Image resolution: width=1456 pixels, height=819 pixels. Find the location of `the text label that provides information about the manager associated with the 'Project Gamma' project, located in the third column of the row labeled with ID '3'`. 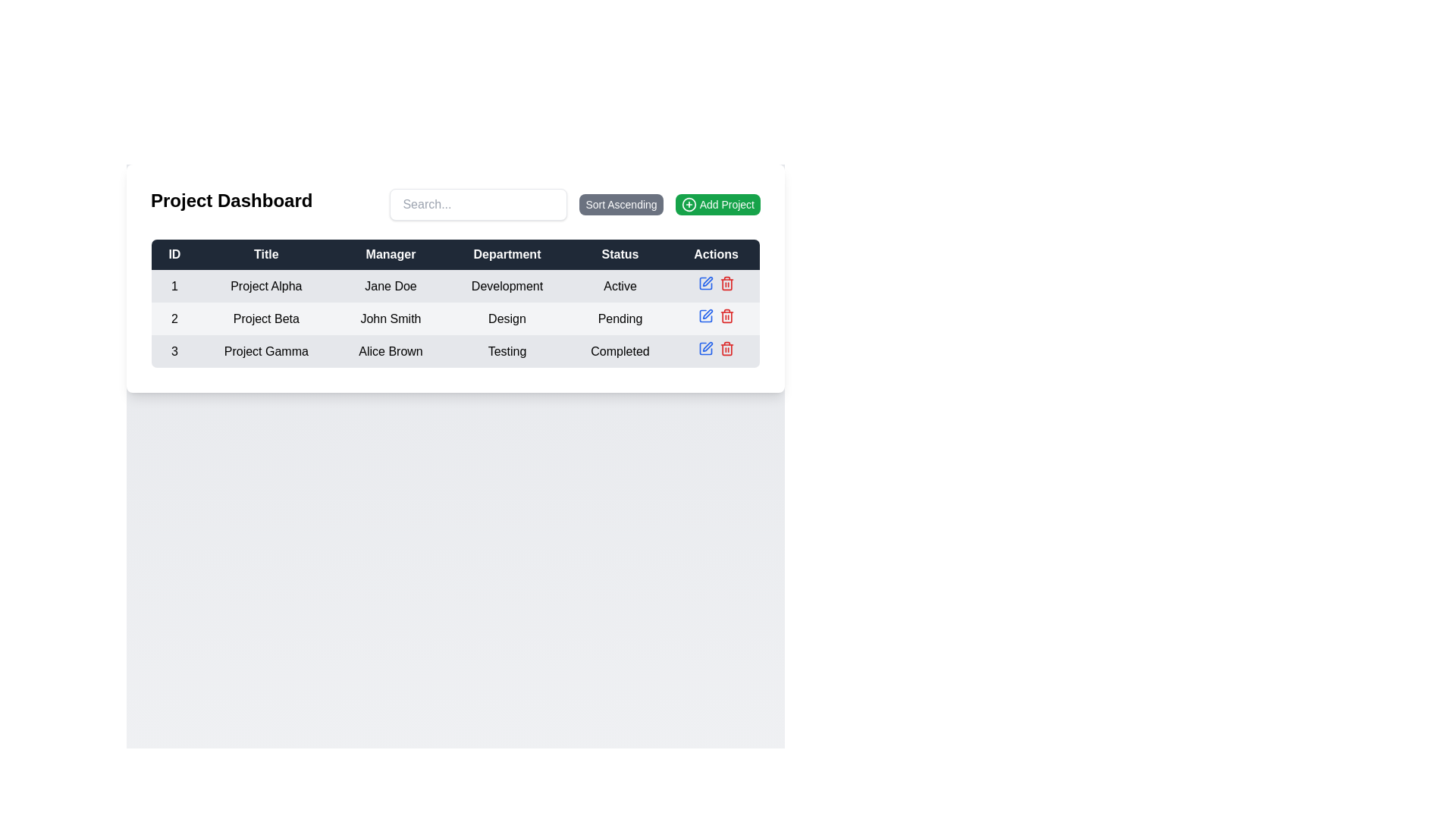

the text label that provides information about the manager associated with the 'Project Gamma' project, located in the third column of the row labeled with ID '3' is located at coordinates (391, 351).